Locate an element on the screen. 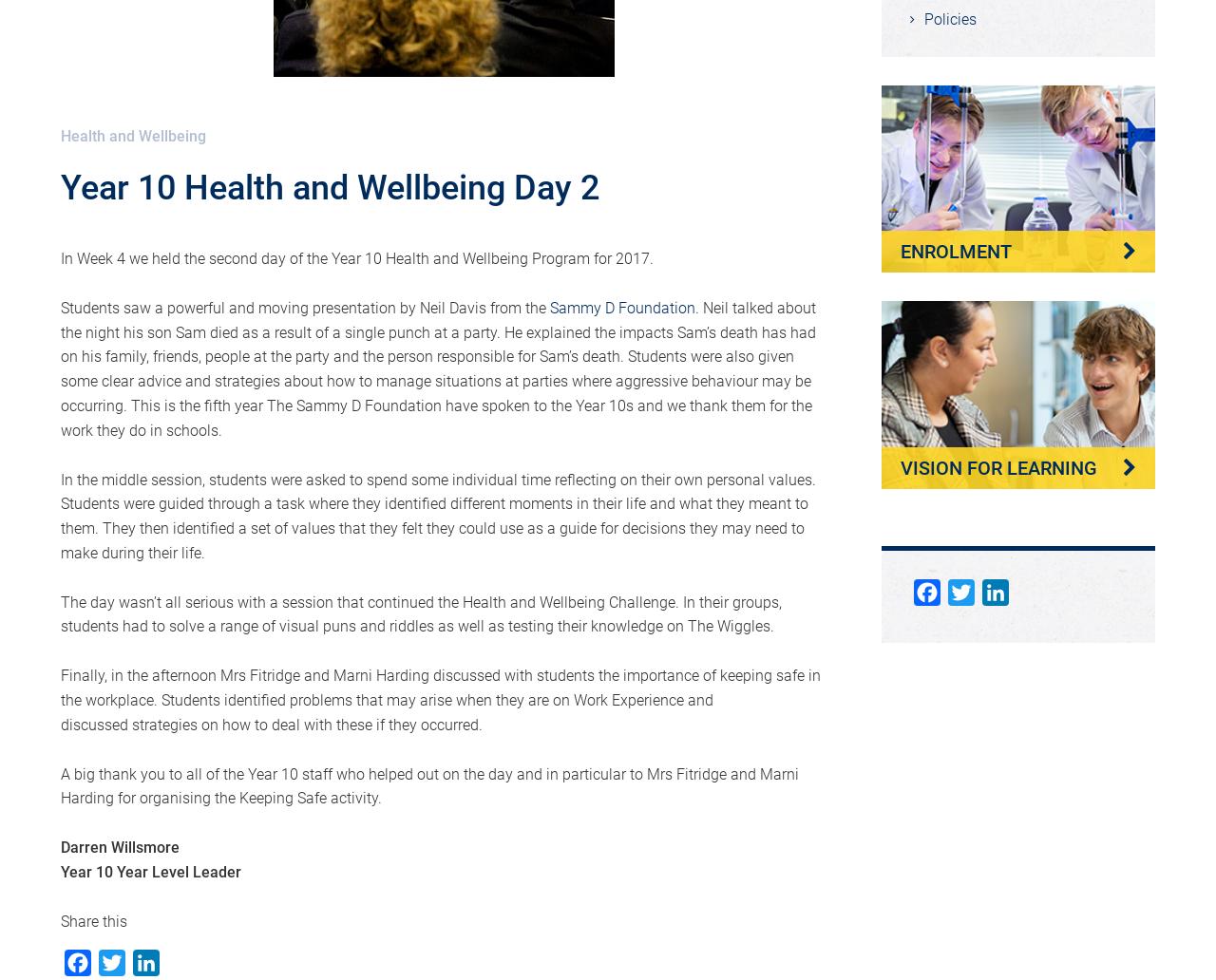 Image resolution: width=1216 pixels, height=980 pixels. 'In Week 4 we held the second day of the Year 10 Health and Wellbeing Program for 2017.' is located at coordinates (357, 258).